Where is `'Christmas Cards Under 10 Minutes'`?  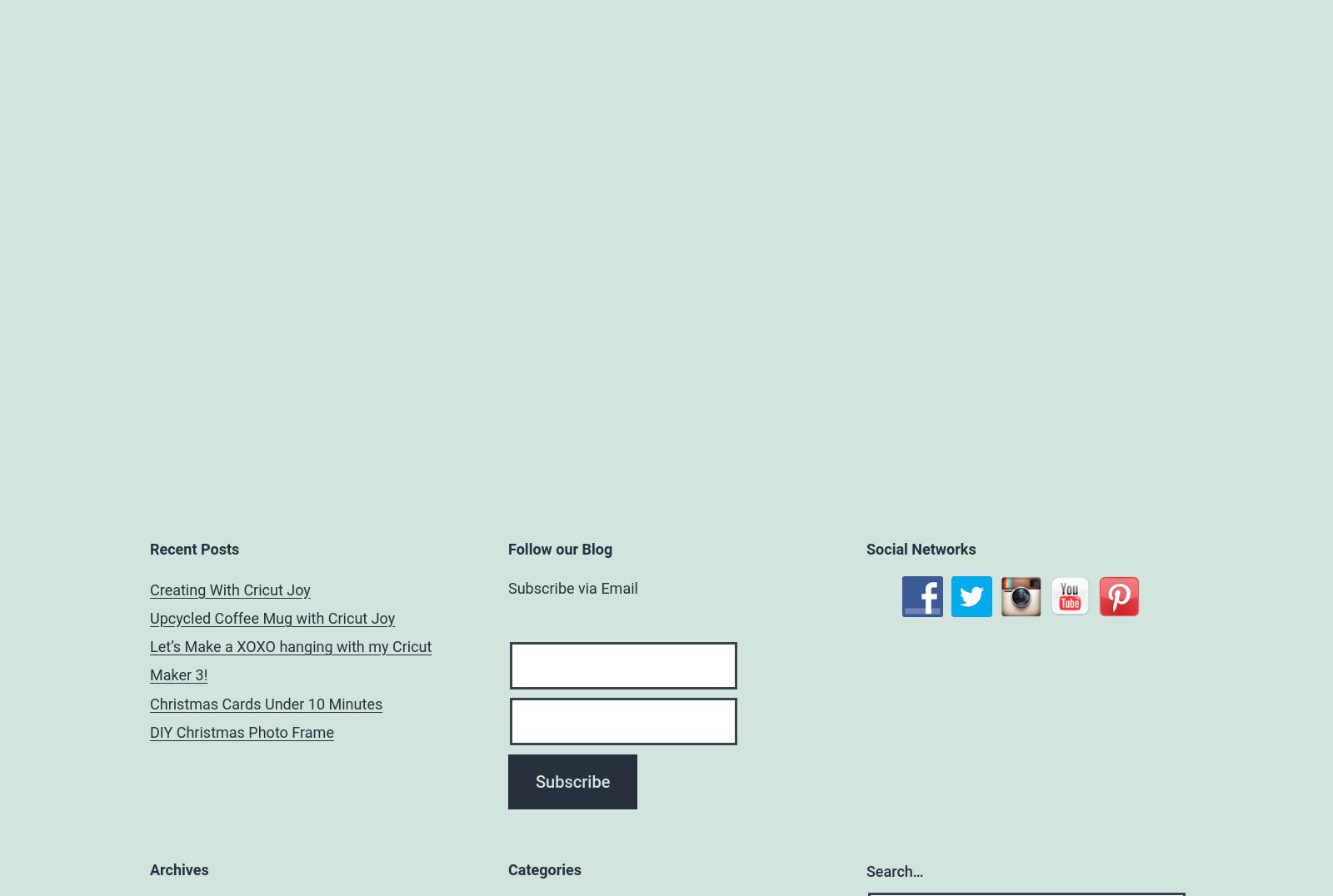
'Christmas Cards Under 10 Minutes' is located at coordinates (149, 702).